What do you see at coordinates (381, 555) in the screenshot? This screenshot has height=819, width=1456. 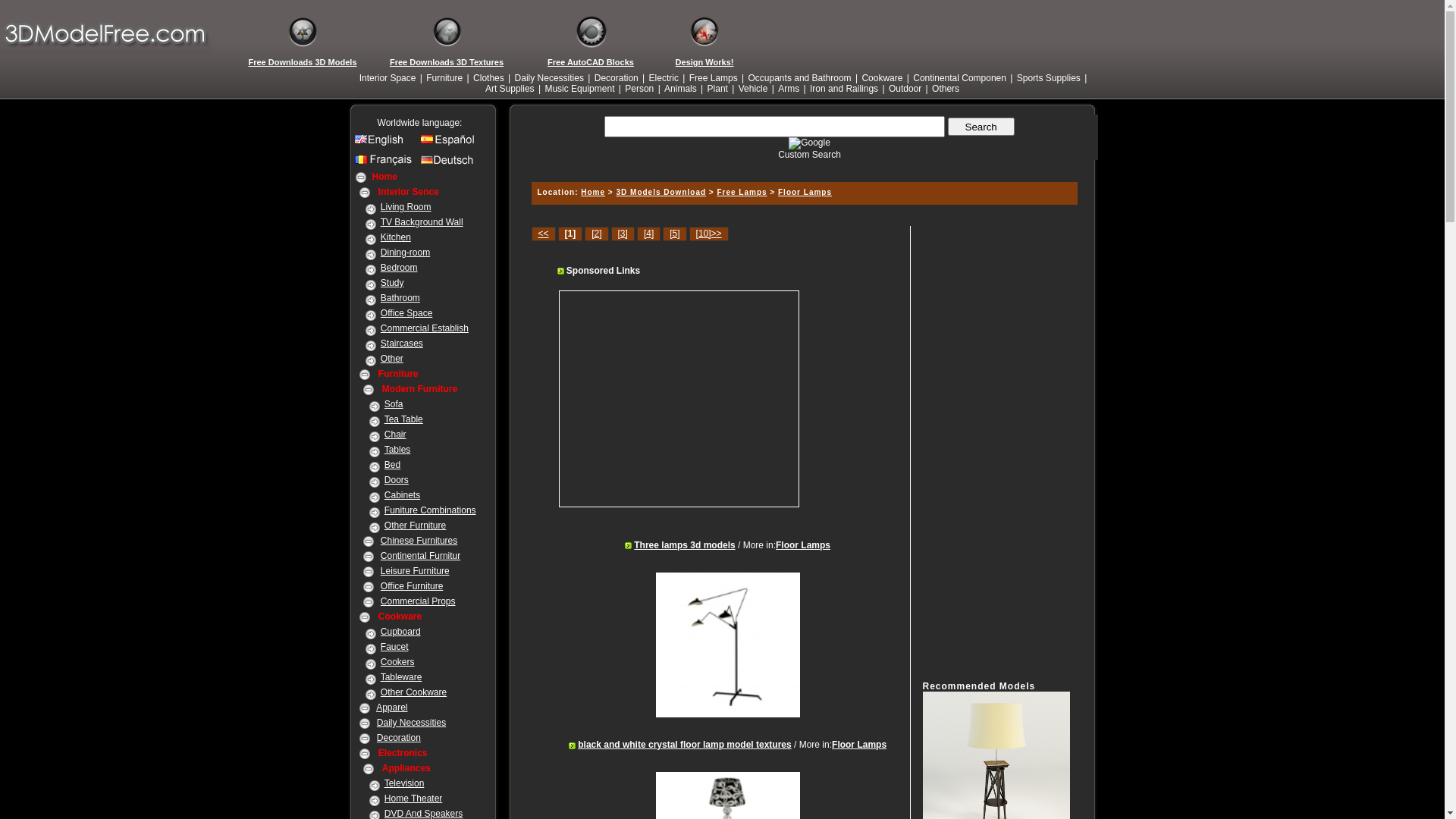 I see `'Continental Furnitur'` at bounding box center [381, 555].